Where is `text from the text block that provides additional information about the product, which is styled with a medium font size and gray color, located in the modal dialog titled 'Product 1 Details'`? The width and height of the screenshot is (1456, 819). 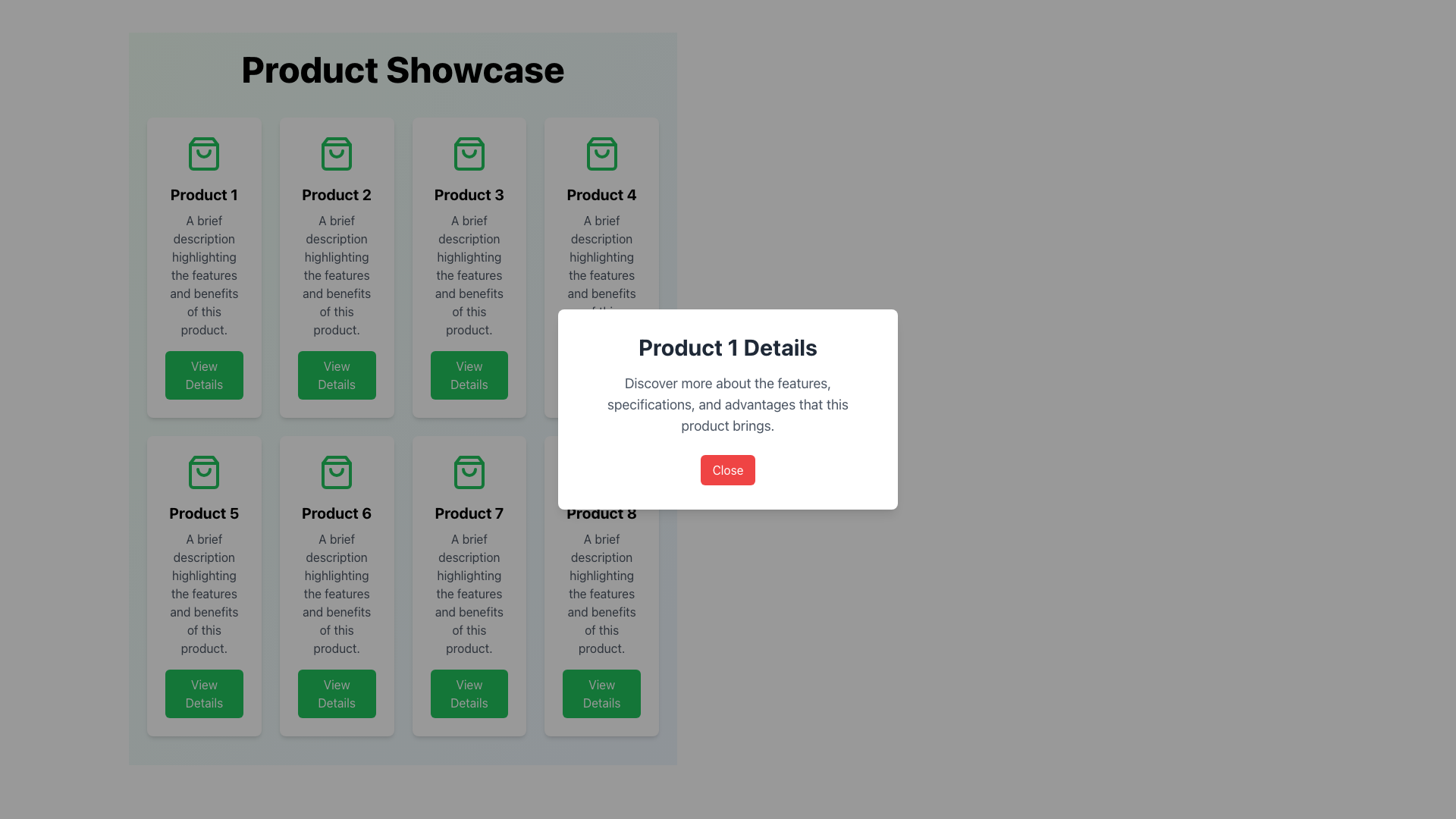
text from the text block that provides additional information about the product, which is styled with a medium font size and gray color, located in the modal dialog titled 'Product 1 Details' is located at coordinates (728, 403).